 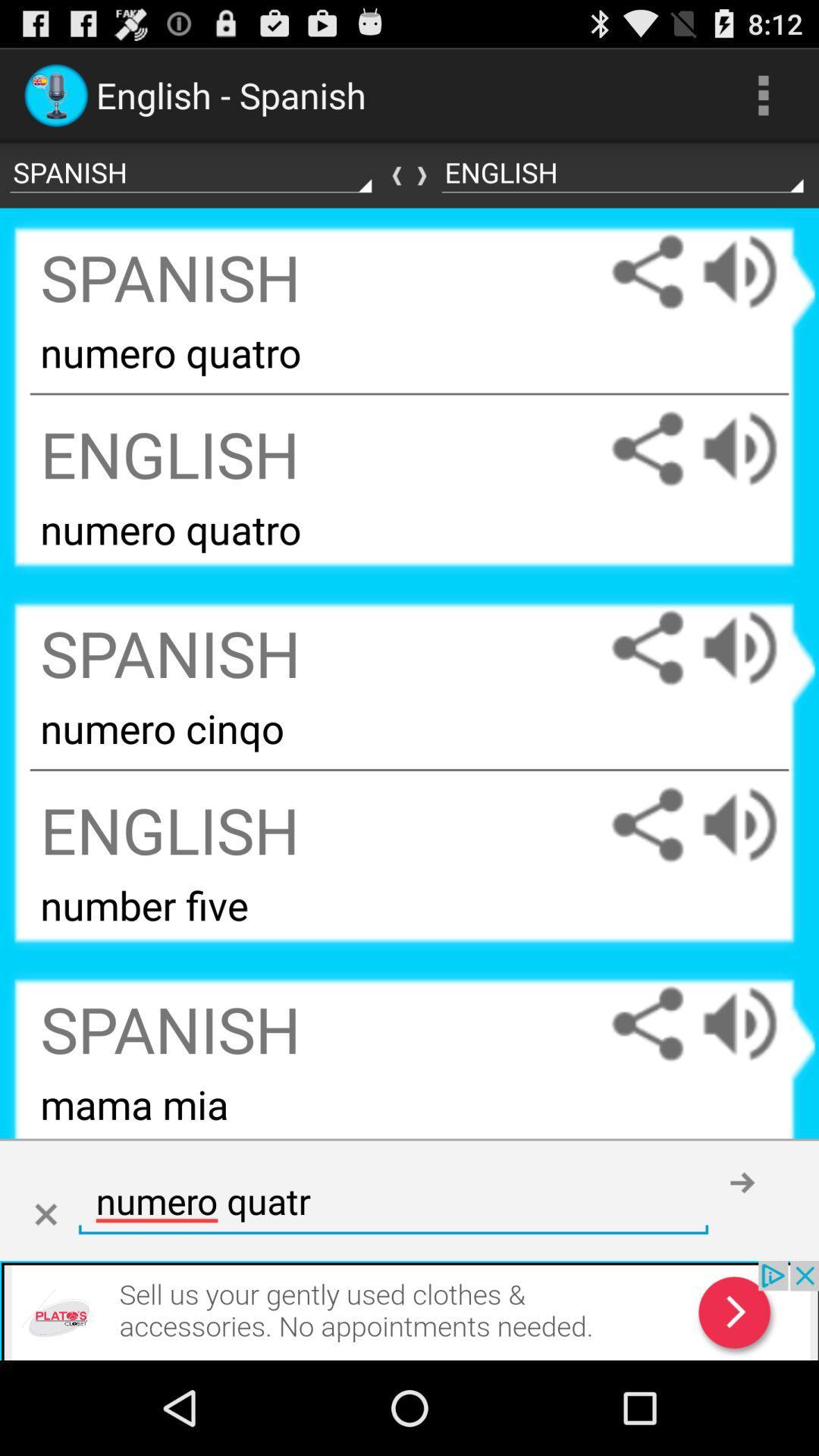 I want to click on hear the word, so click(x=755, y=824).